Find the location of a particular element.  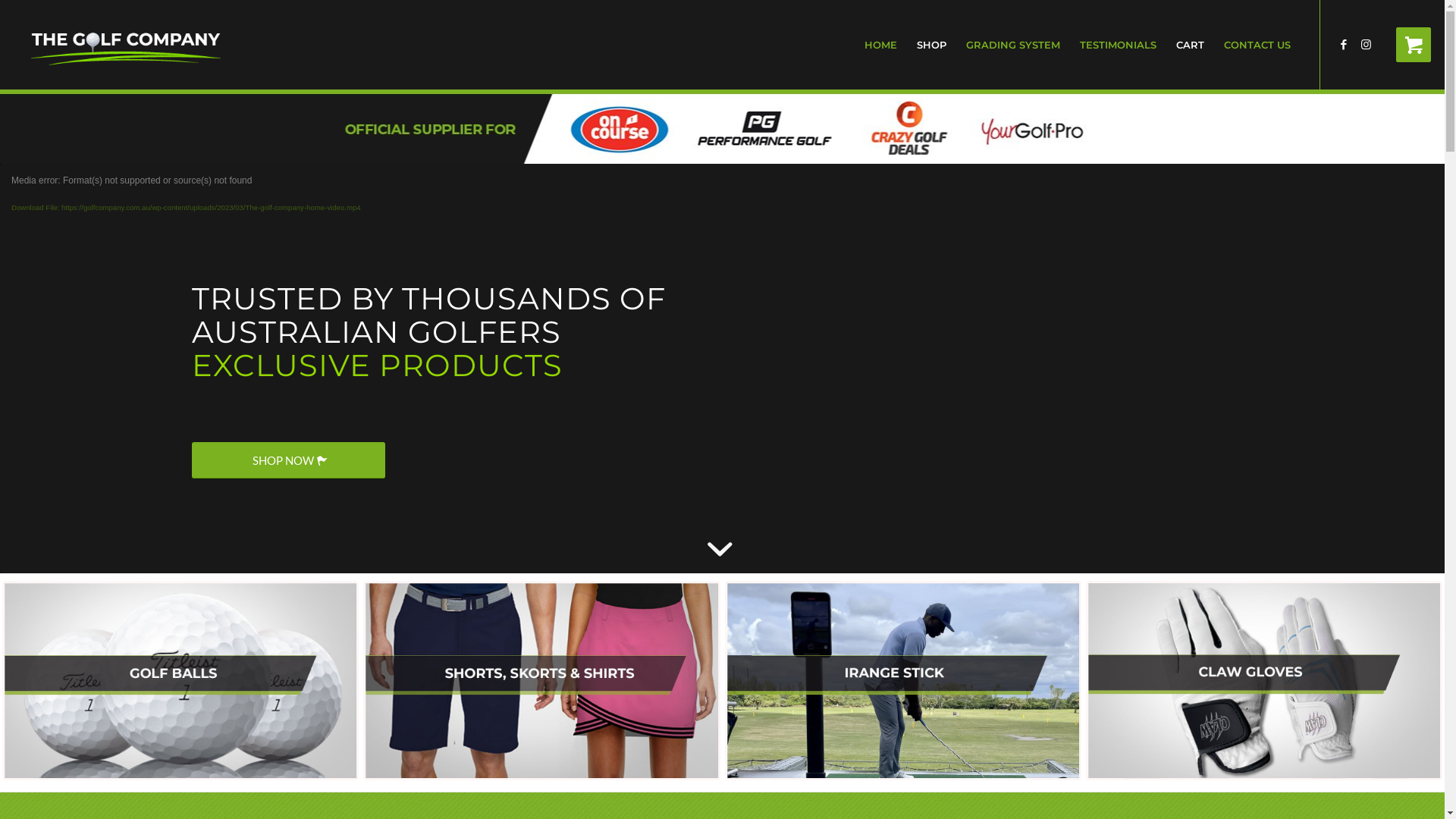

'CART' is located at coordinates (1189, 43).